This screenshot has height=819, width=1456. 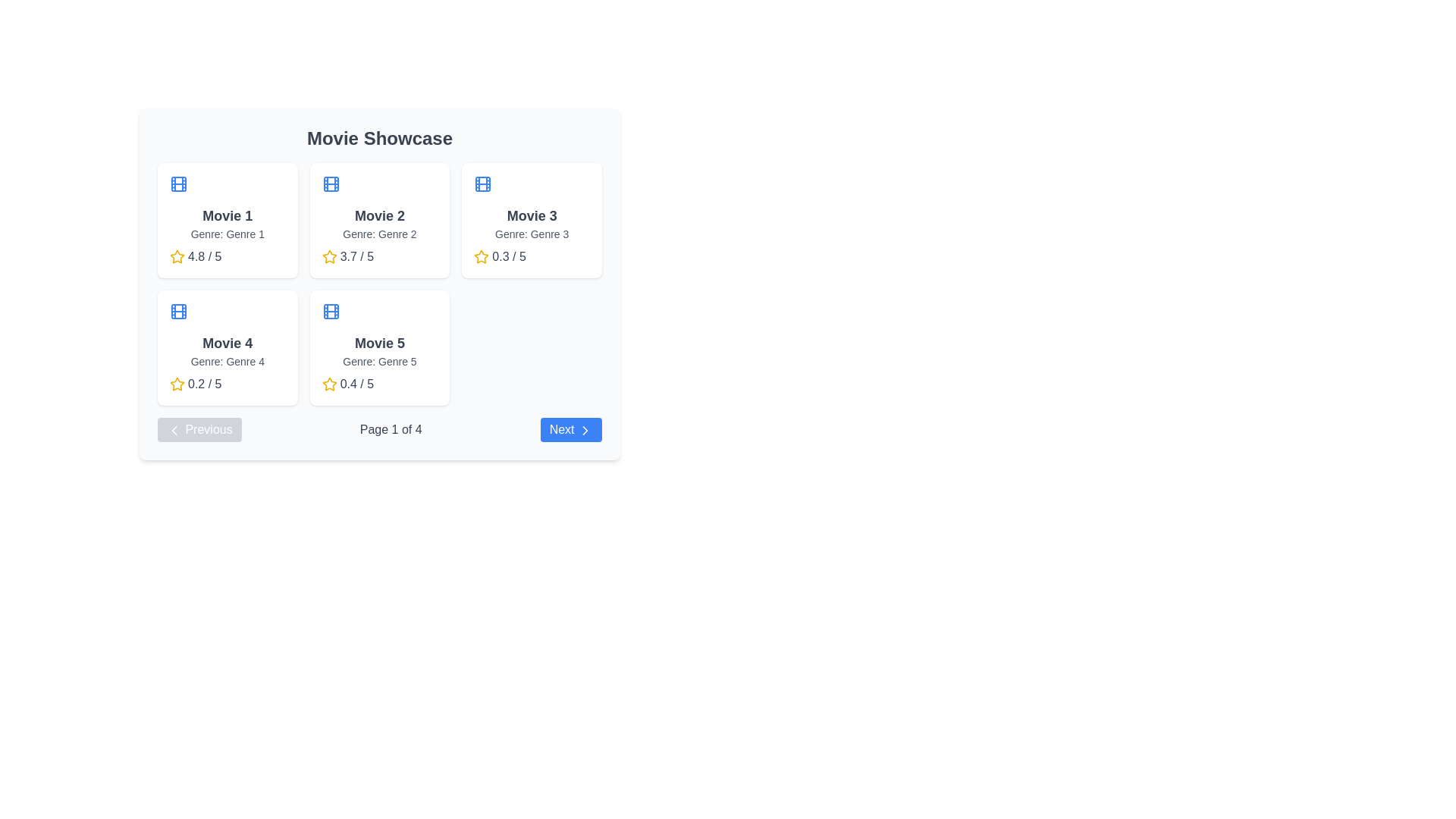 What do you see at coordinates (379, 362) in the screenshot?
I see `genre information displayed as 'Genre: Genre 5' located in the card layout beneath the title 'Movie 5'` at bounding box center [379, 362].